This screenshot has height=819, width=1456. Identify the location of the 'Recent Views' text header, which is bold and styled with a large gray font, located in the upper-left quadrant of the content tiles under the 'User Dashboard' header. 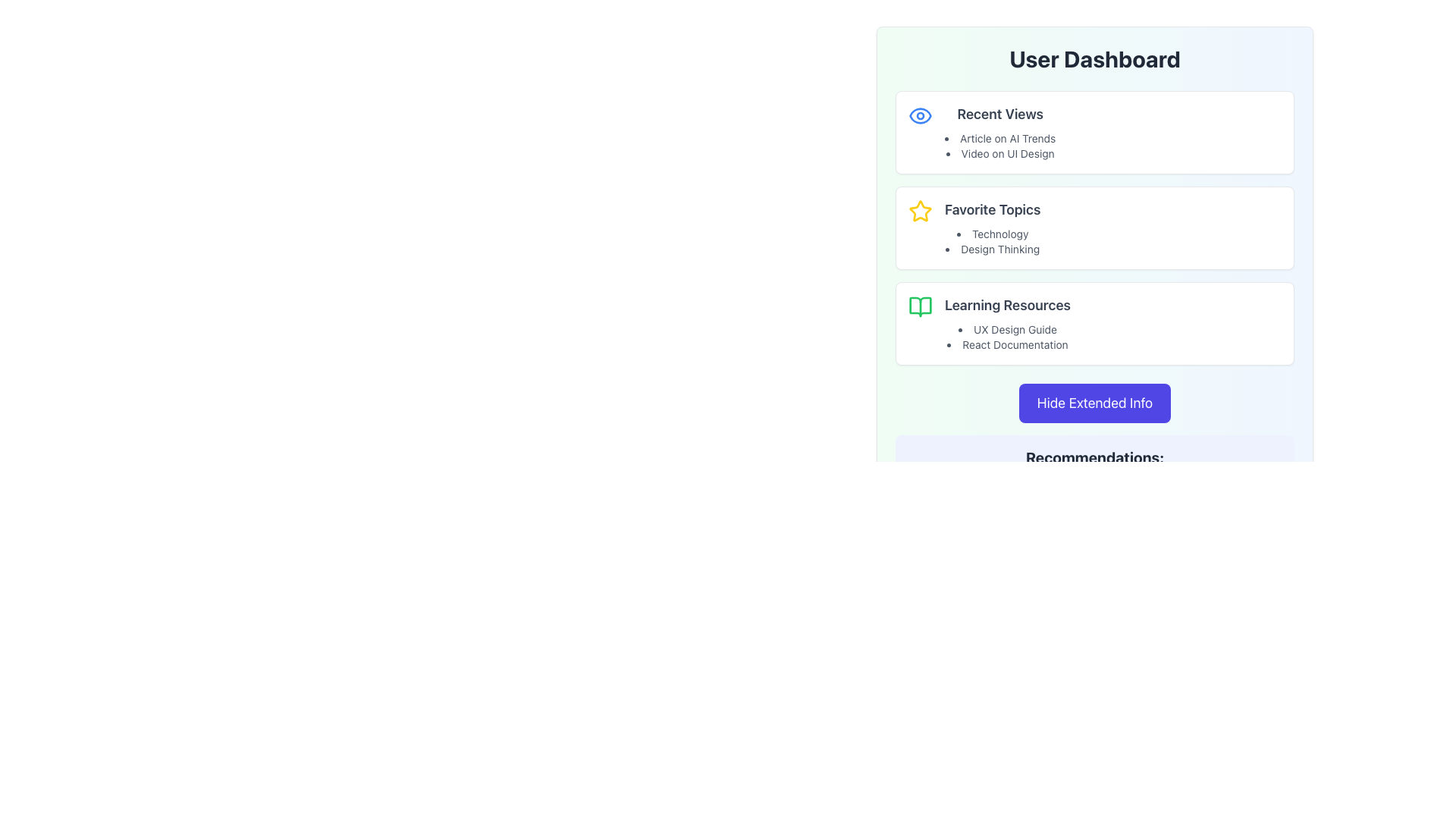
(1000, 113).